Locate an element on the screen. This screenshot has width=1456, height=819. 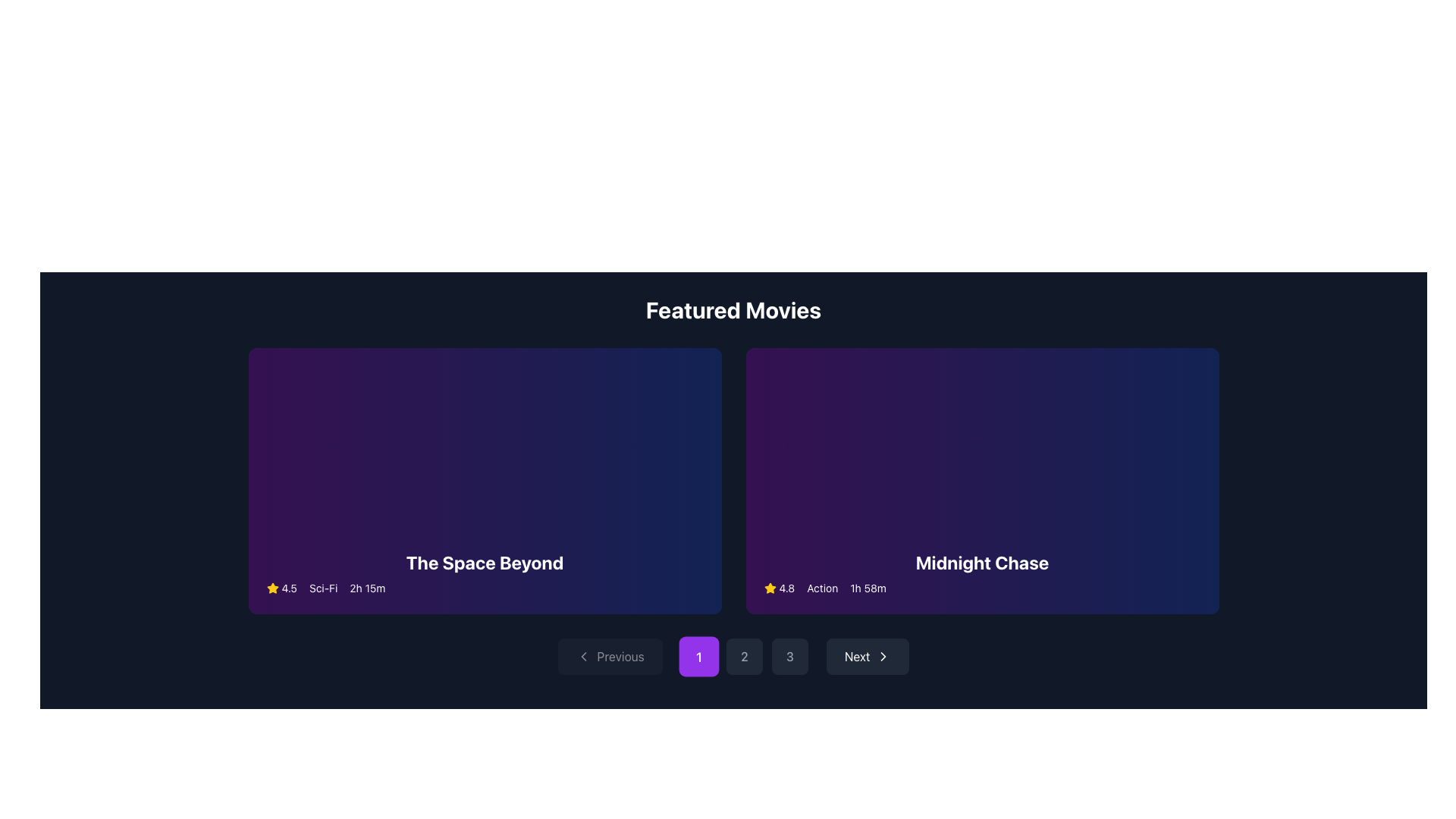
the movie information card for 'The Space Beyond' located at the top-left of the grid layout in the 'Featured Movies' section is located at coordinates (484, 481).